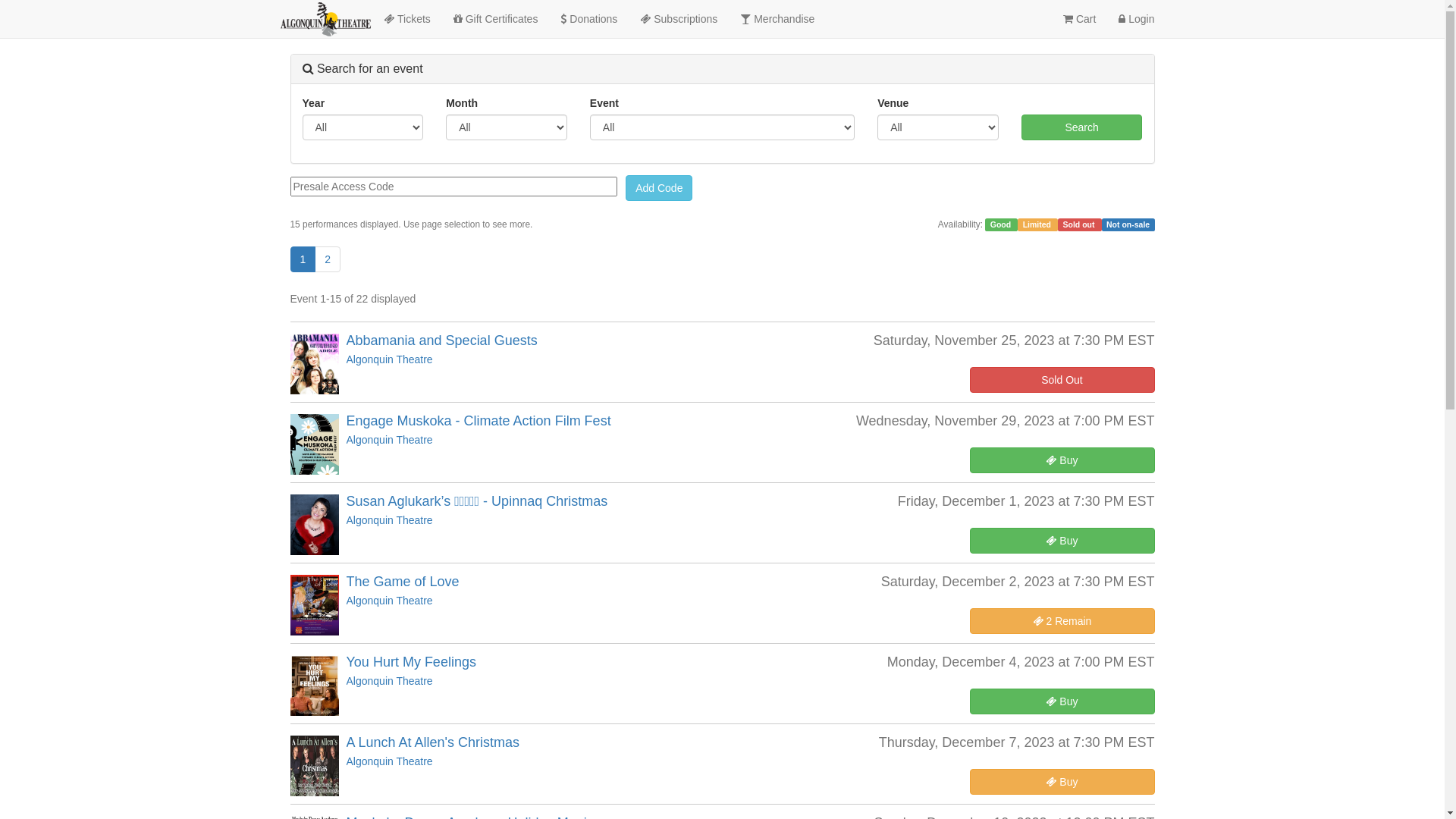 This screenshot has width=1456, height=819. What do you see at coordinates (327, 259) in the screenshot?
I see `'2'` at bounding box center [327, 259].